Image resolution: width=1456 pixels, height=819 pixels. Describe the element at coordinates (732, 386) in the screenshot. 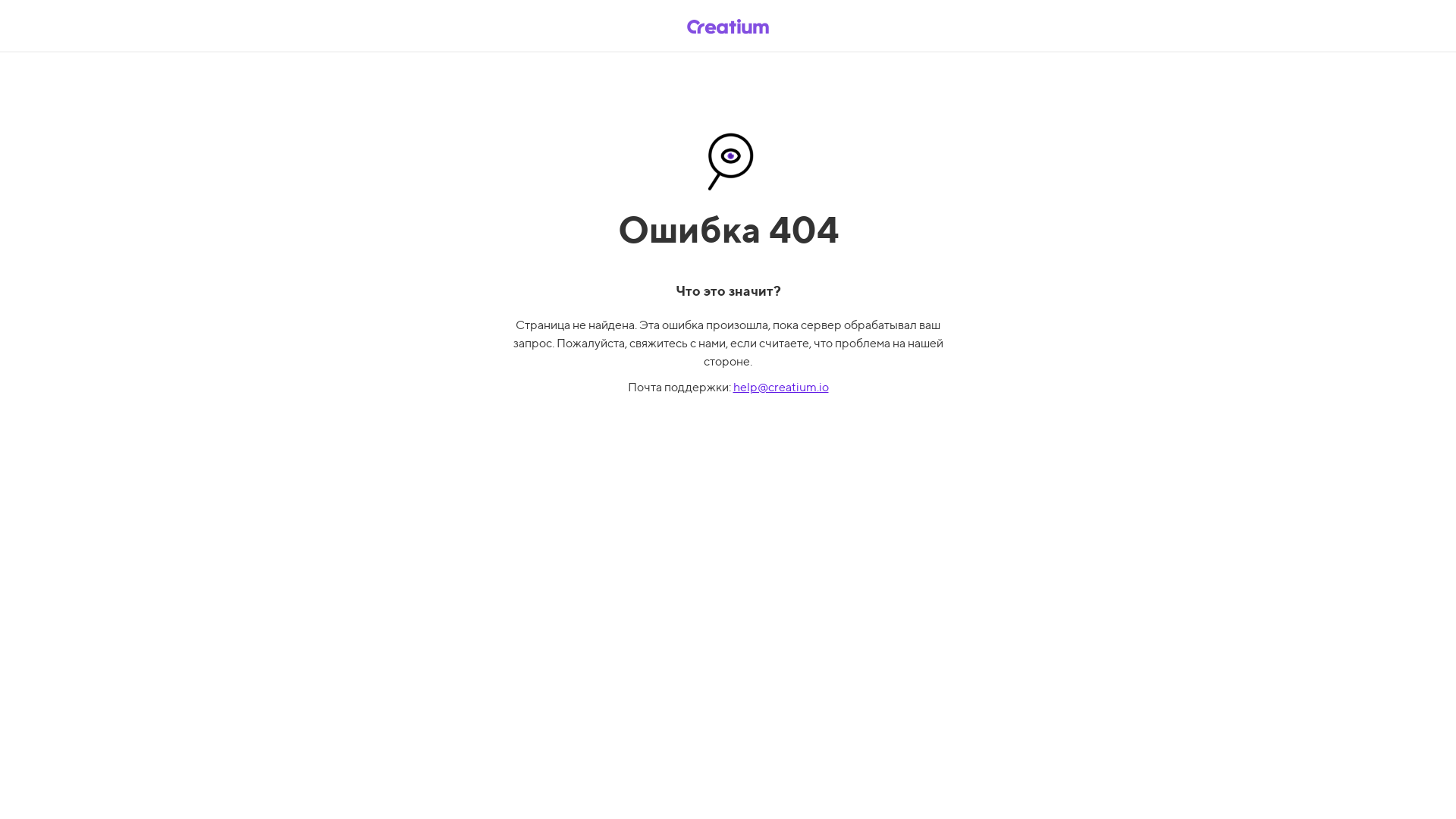

I see `'help@creatium.io'` at that location.